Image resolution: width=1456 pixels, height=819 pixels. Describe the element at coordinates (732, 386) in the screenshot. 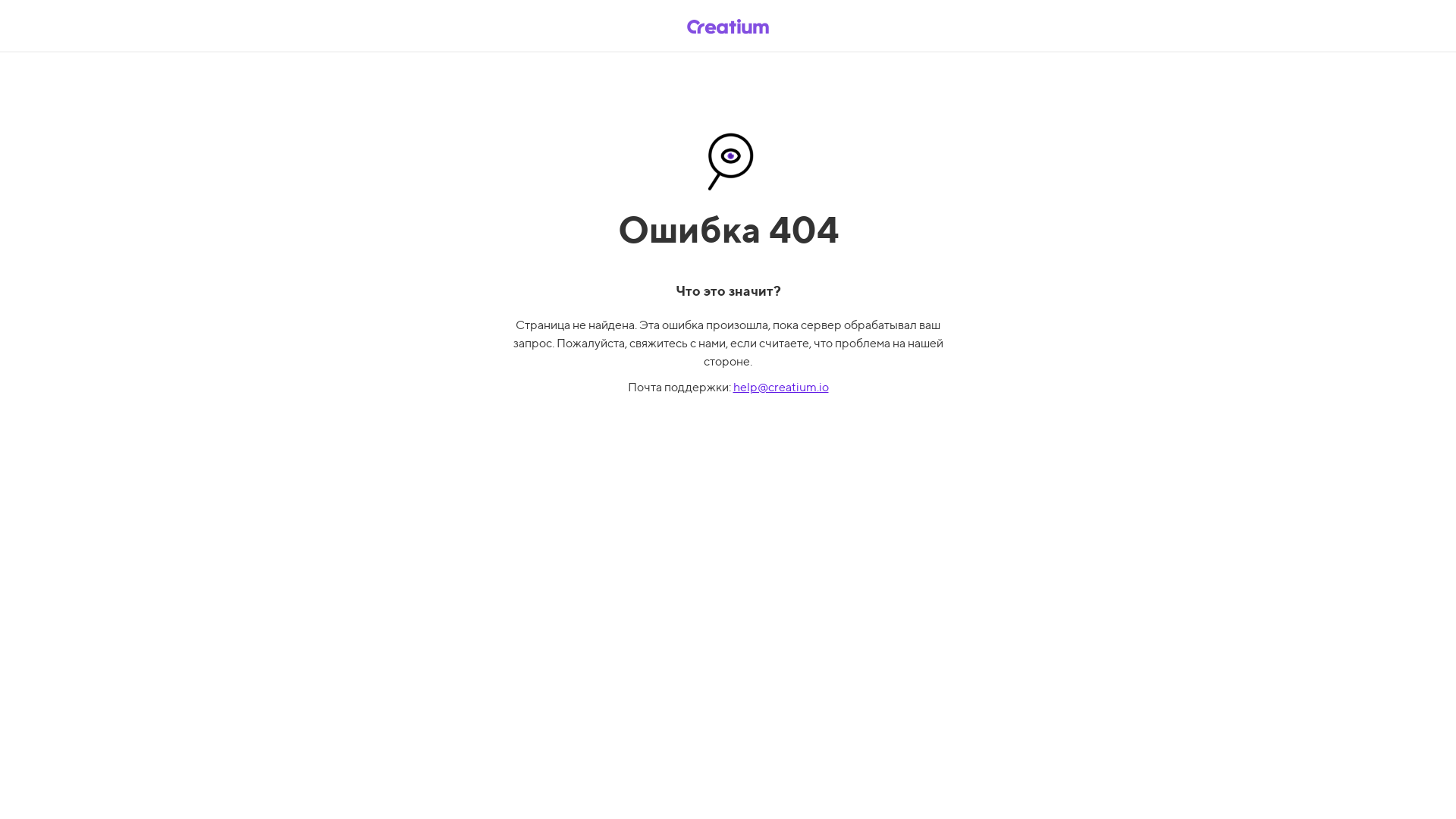

I see `'help@creatium.io'` at that location.